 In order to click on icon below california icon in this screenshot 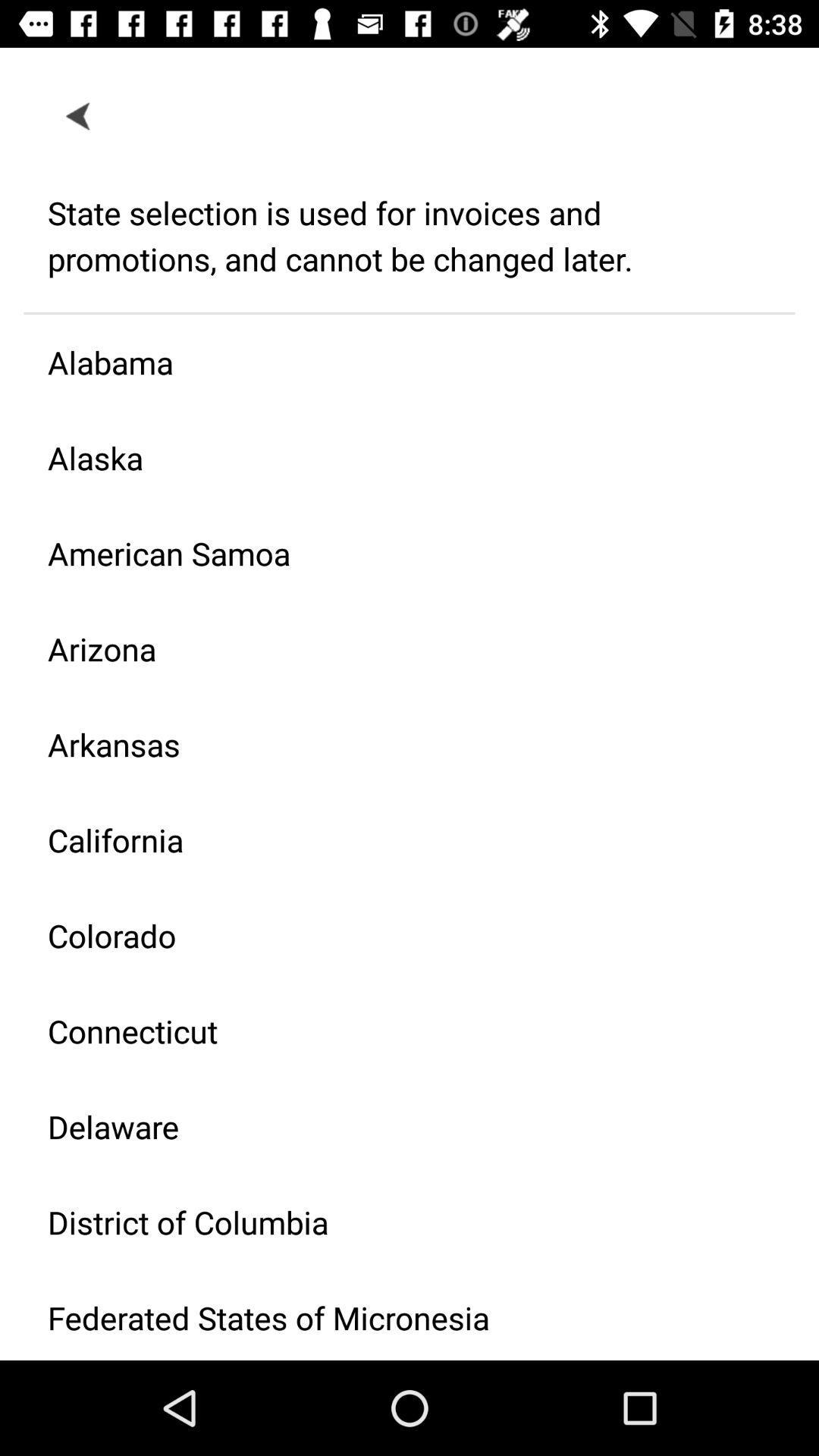, I will do `click(397, 934)`.